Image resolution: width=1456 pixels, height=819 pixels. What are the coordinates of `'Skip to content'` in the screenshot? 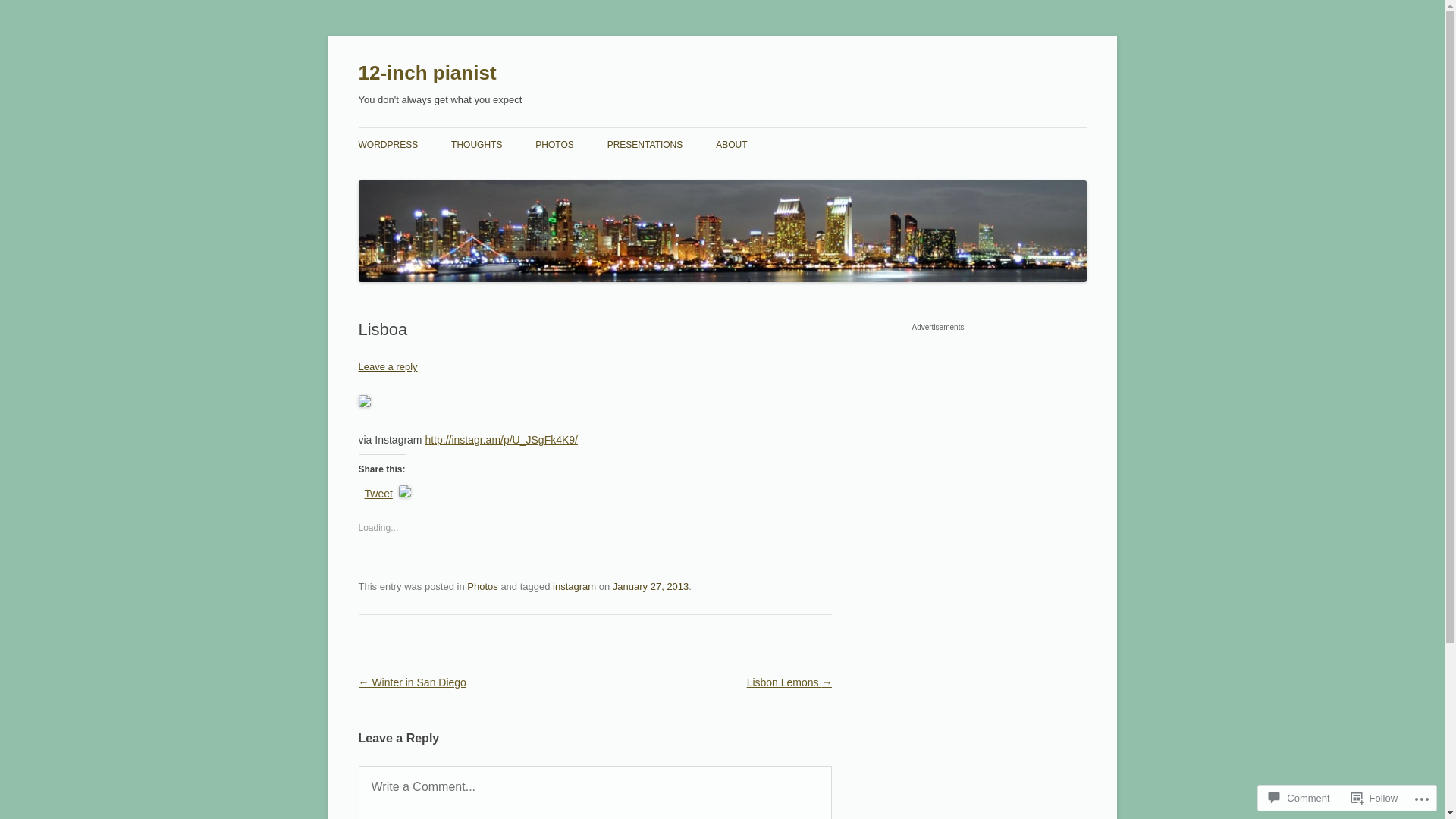 It's located at (721, 127).